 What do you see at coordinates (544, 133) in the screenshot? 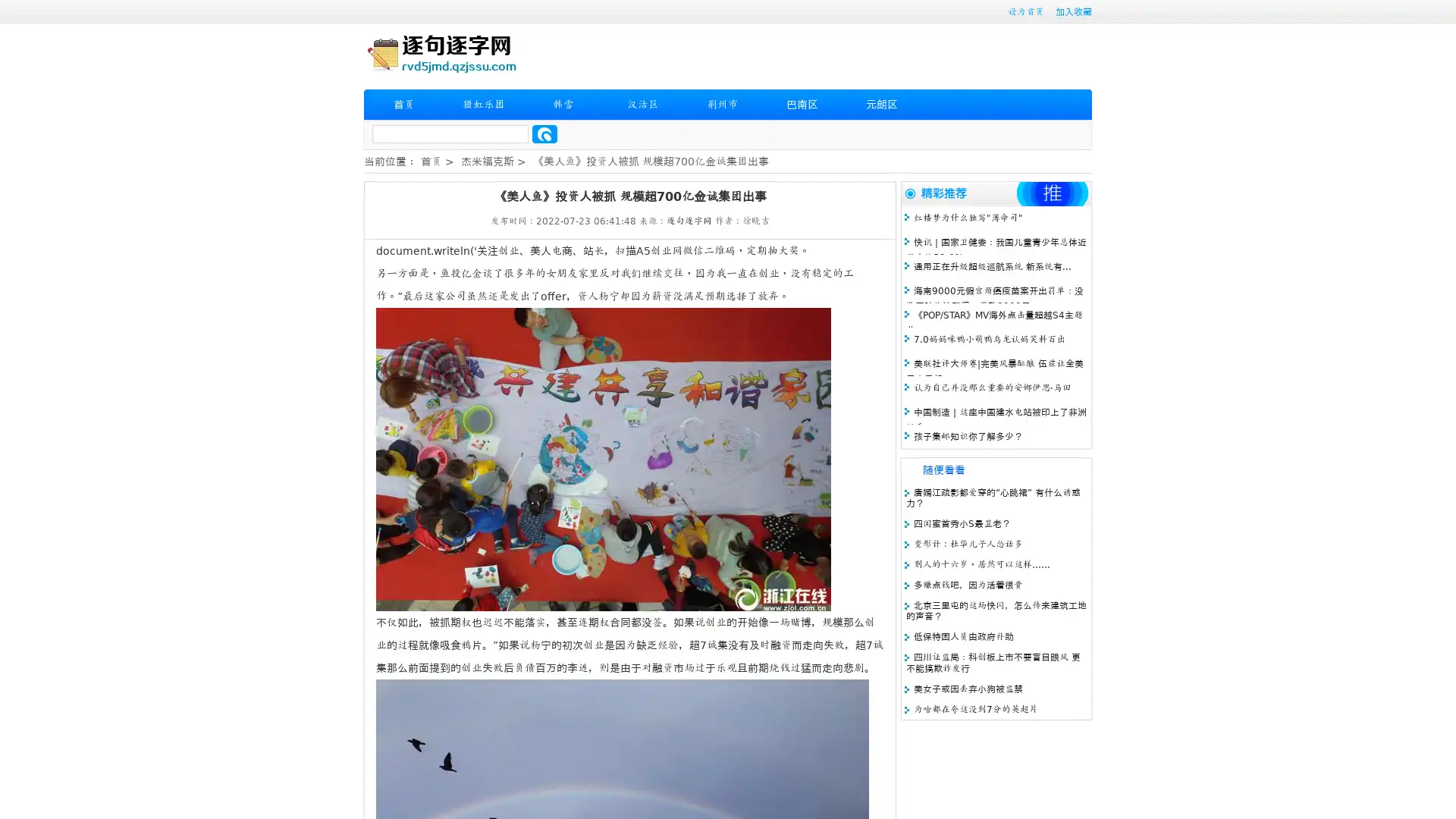
I see `Search` at bounding box center [544, 133].